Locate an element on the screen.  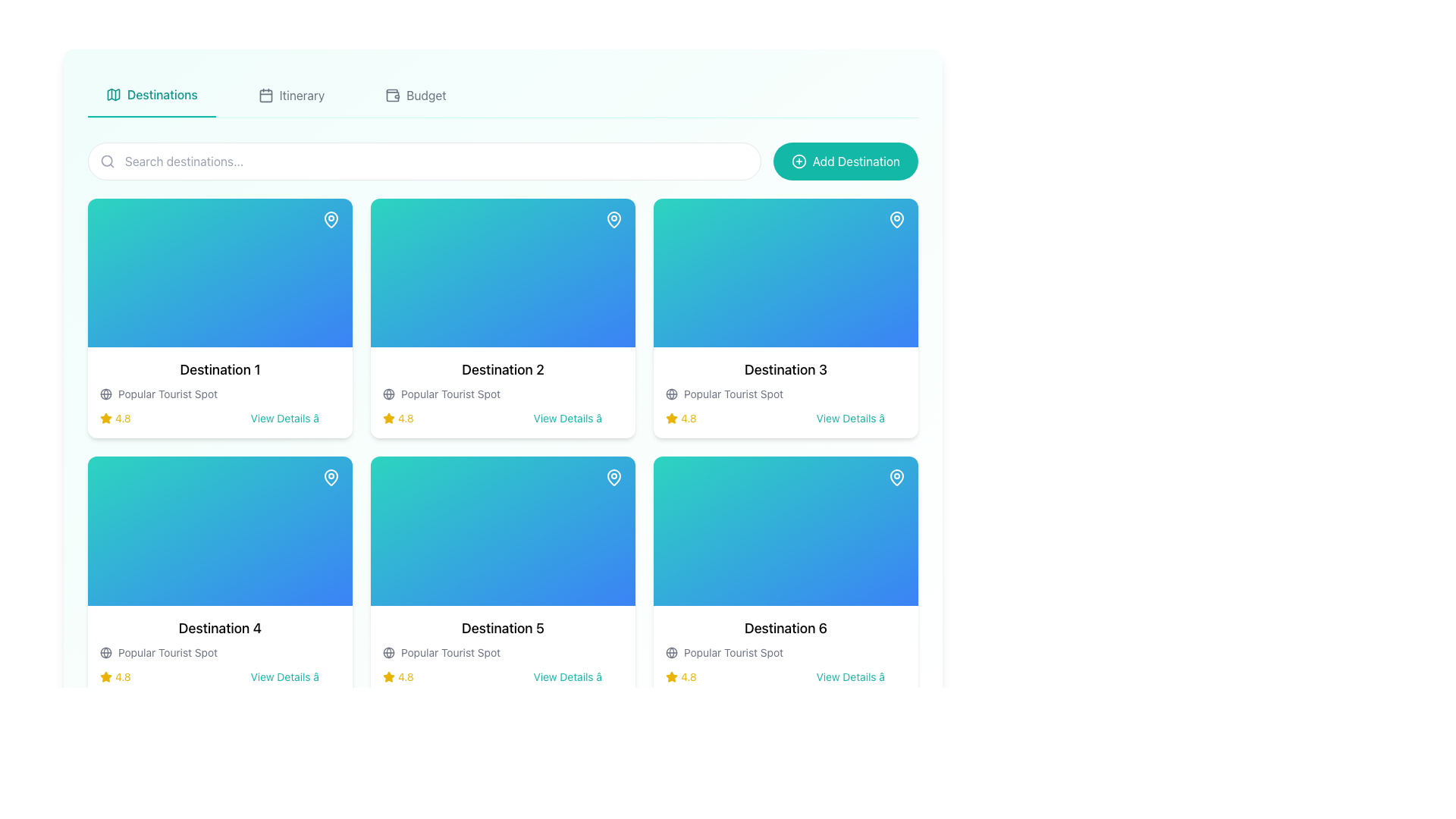
the text label displaying 'Popular Tourist Spot' which is located within the card labeled 'Destination 1' is located at coordinates (168, 394).